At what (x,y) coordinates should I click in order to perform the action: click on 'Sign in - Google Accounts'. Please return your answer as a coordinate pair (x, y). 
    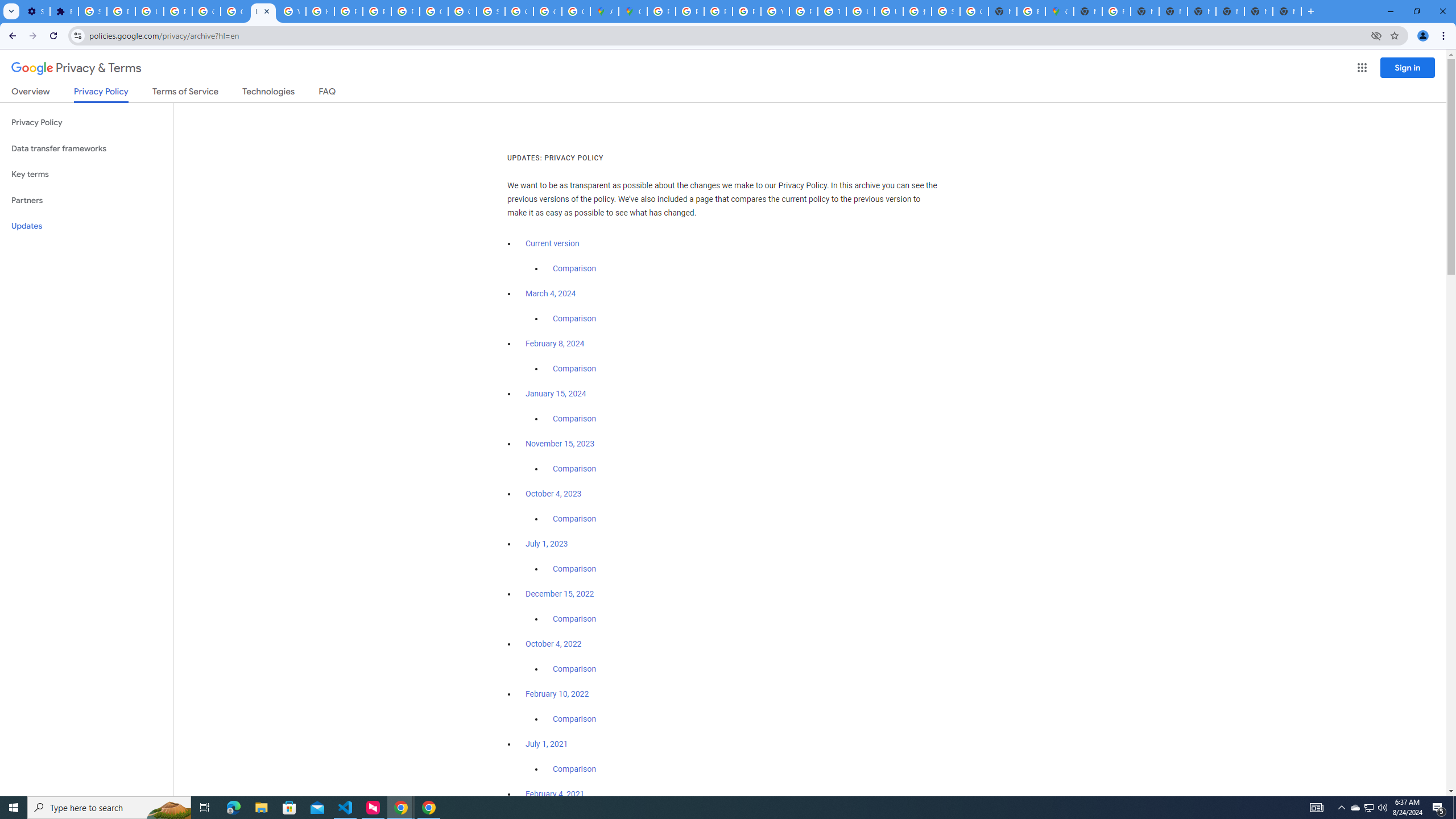
    Looking at the image, I should click on (92, 11).